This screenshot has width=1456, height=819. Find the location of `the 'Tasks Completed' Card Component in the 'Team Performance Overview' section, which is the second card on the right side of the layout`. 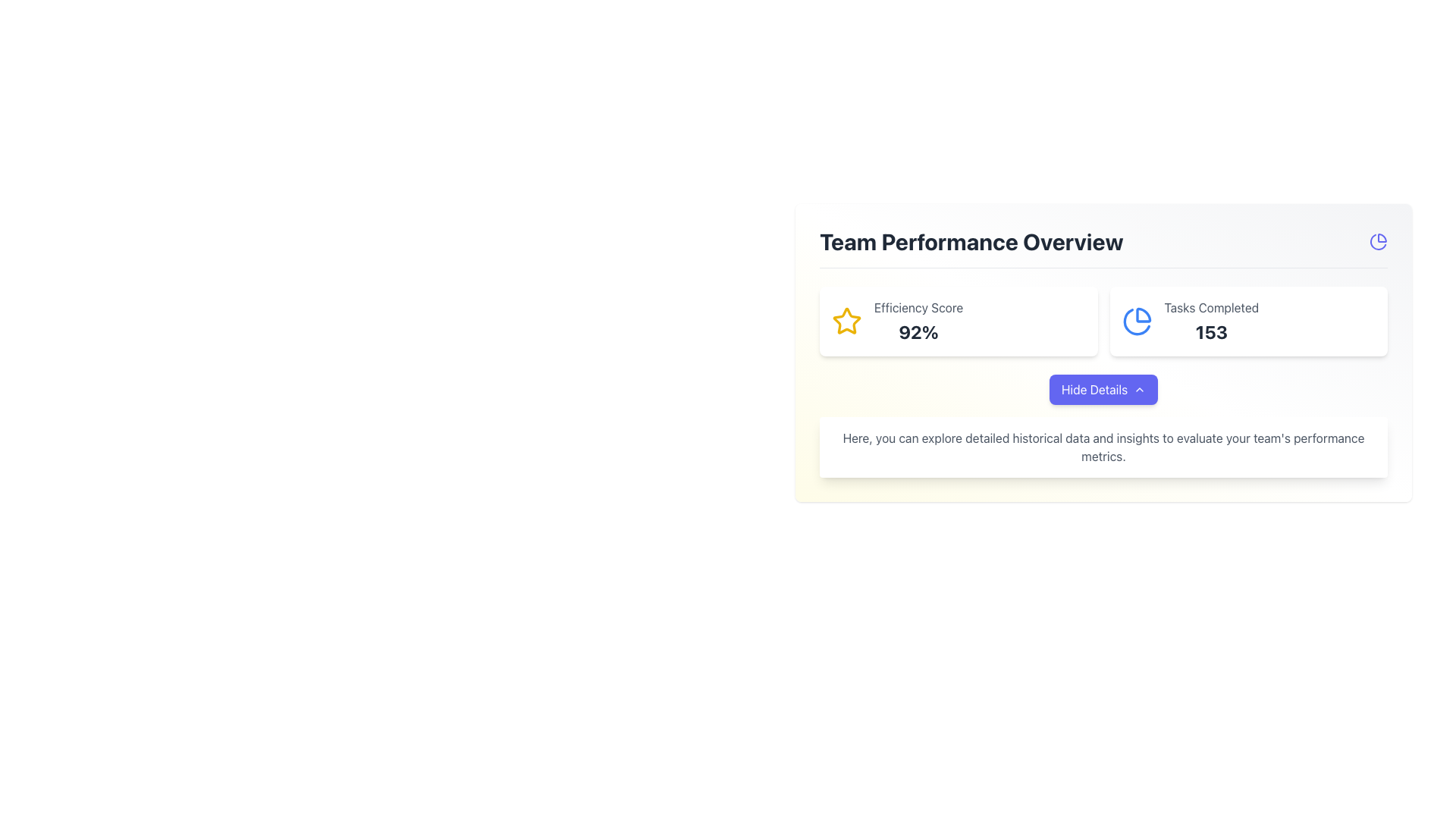

the 'Tasks Completed' Card Component in the 'Team Performance Overview' section, which is the second card on the right side of the layout is located at coordinates (1248, 321).